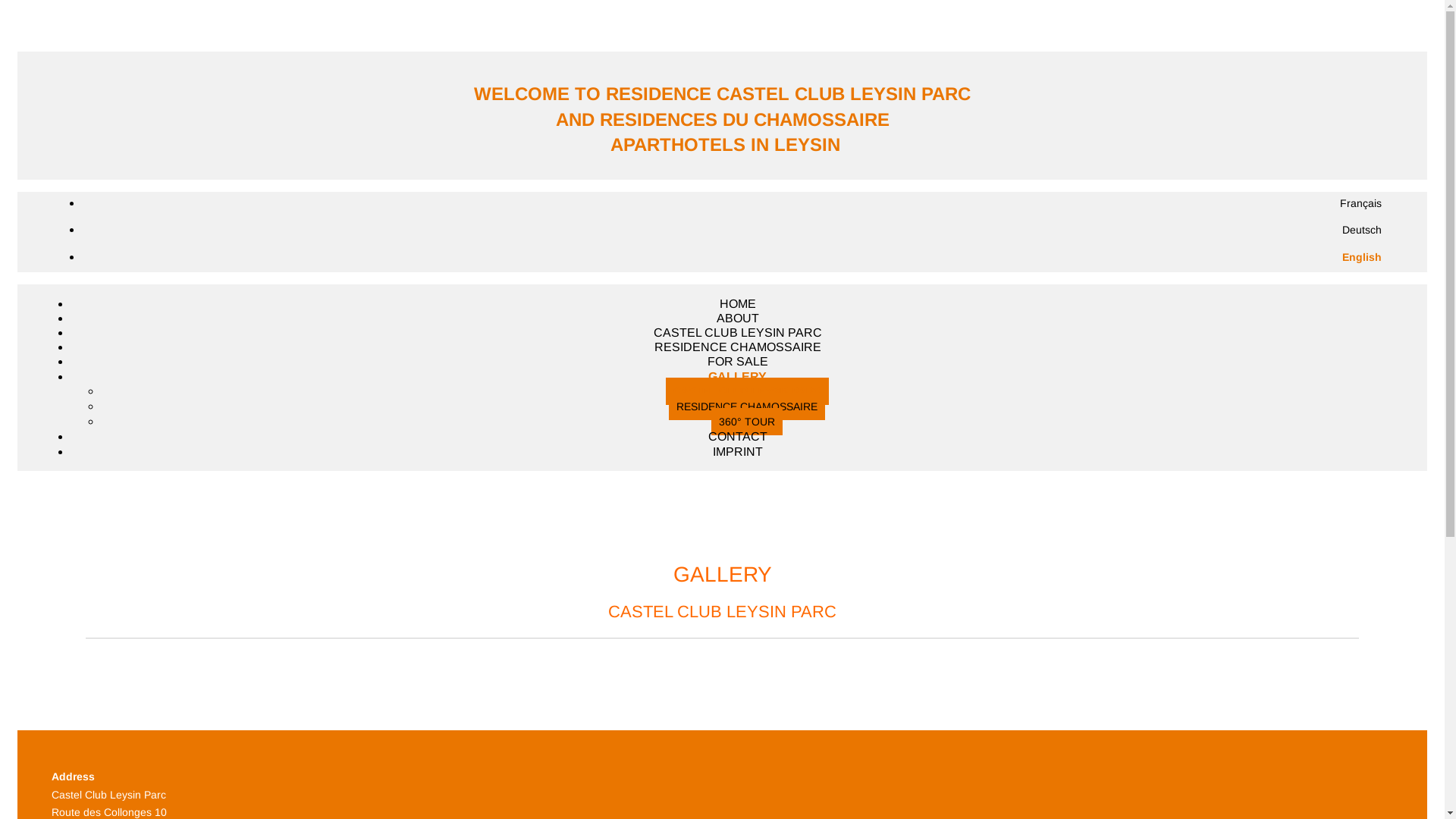  What do you see at coordinates (737, 347) in the screenshot?
I see `'RESIDENCE CHAMOSSAIRE'` at bounding box center [737, 347].